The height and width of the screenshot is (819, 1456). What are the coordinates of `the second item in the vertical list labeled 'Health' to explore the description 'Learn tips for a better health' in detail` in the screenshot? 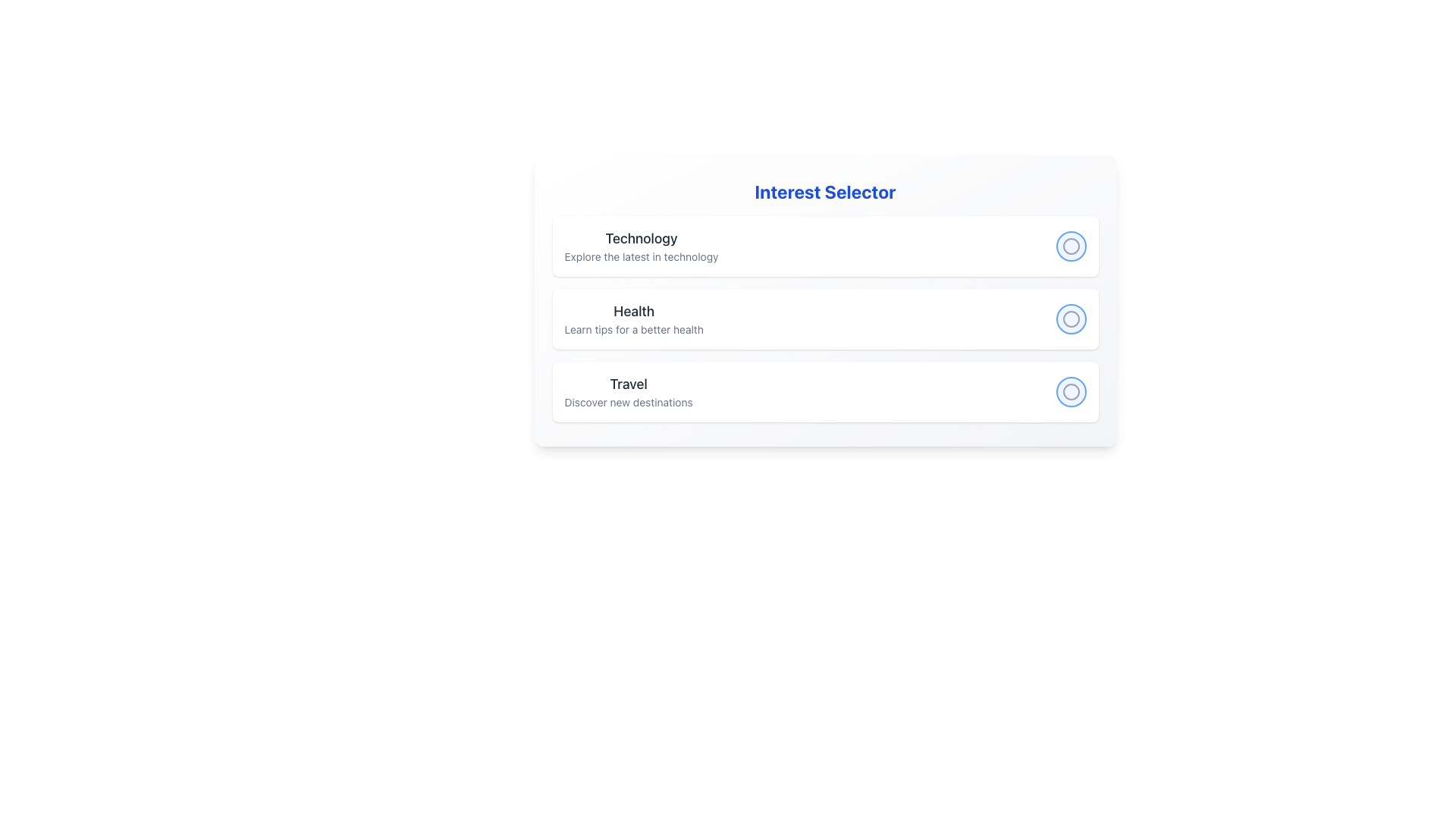 It's located at (824, 318).